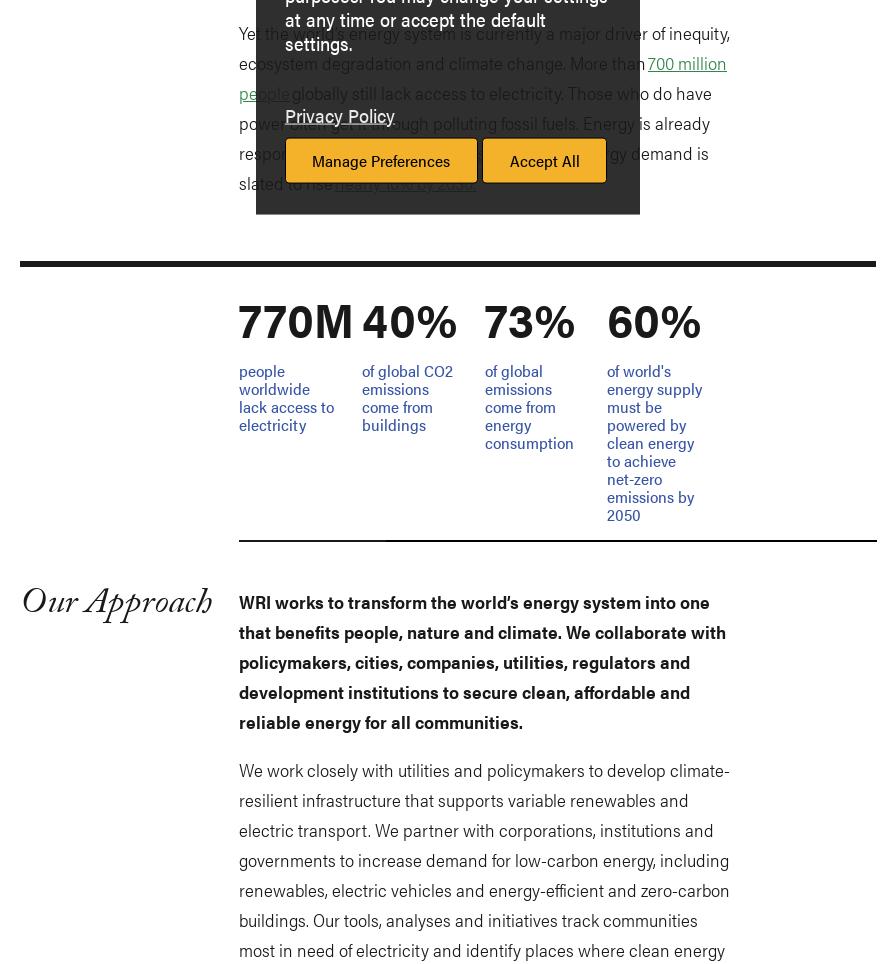 The height and width of the screenshot is (964, 896). I want to click on 'of global CO2 emissions come from buildings', so click(406, 397).